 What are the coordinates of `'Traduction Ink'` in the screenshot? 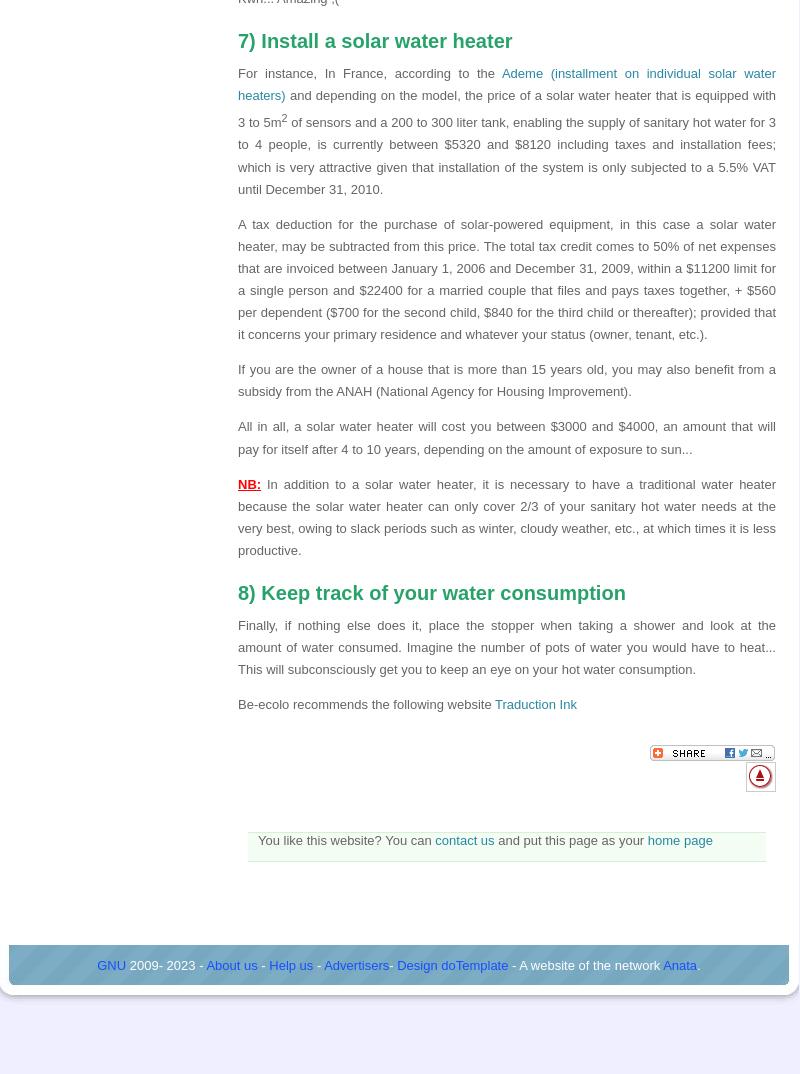 It's located at (535, 704).